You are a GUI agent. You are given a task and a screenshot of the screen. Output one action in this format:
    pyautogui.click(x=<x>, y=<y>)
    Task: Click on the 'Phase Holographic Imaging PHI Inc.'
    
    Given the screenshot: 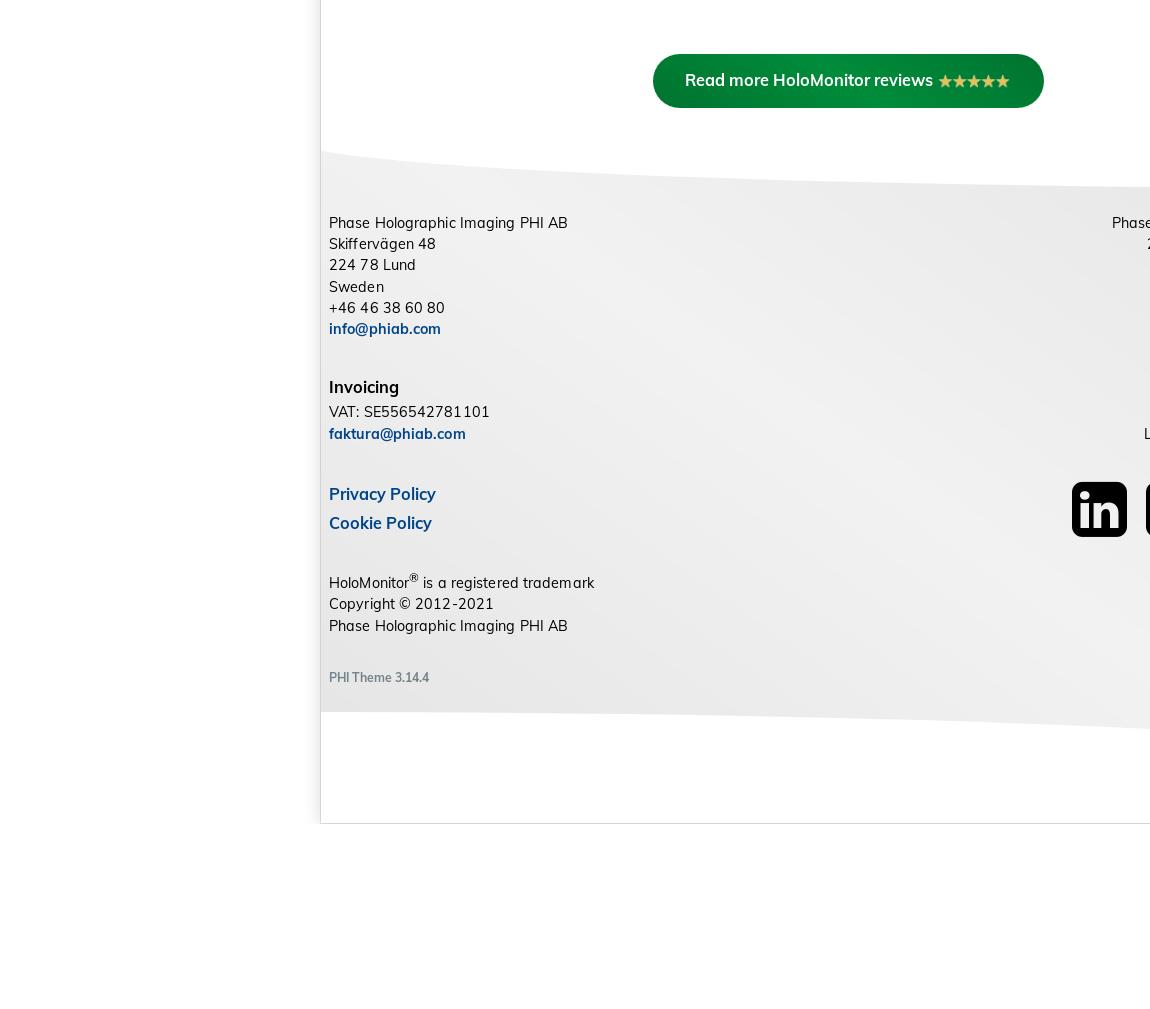 What is the action you would take?
    pyautogui.click(x=1020, y=405)
    